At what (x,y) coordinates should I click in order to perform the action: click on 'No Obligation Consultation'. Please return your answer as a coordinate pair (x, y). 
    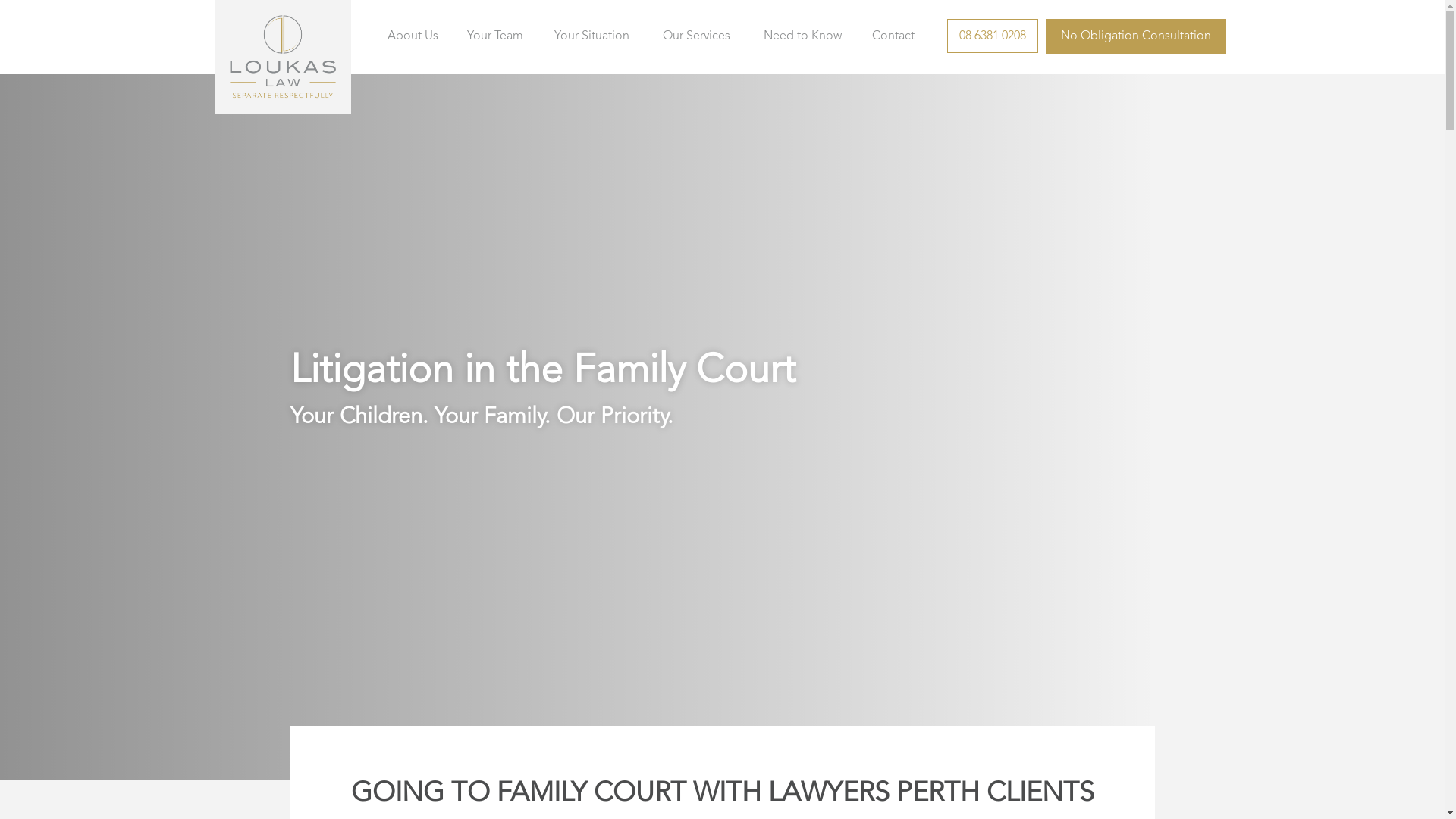
    Looking at the image, I should click on (1135, 35).